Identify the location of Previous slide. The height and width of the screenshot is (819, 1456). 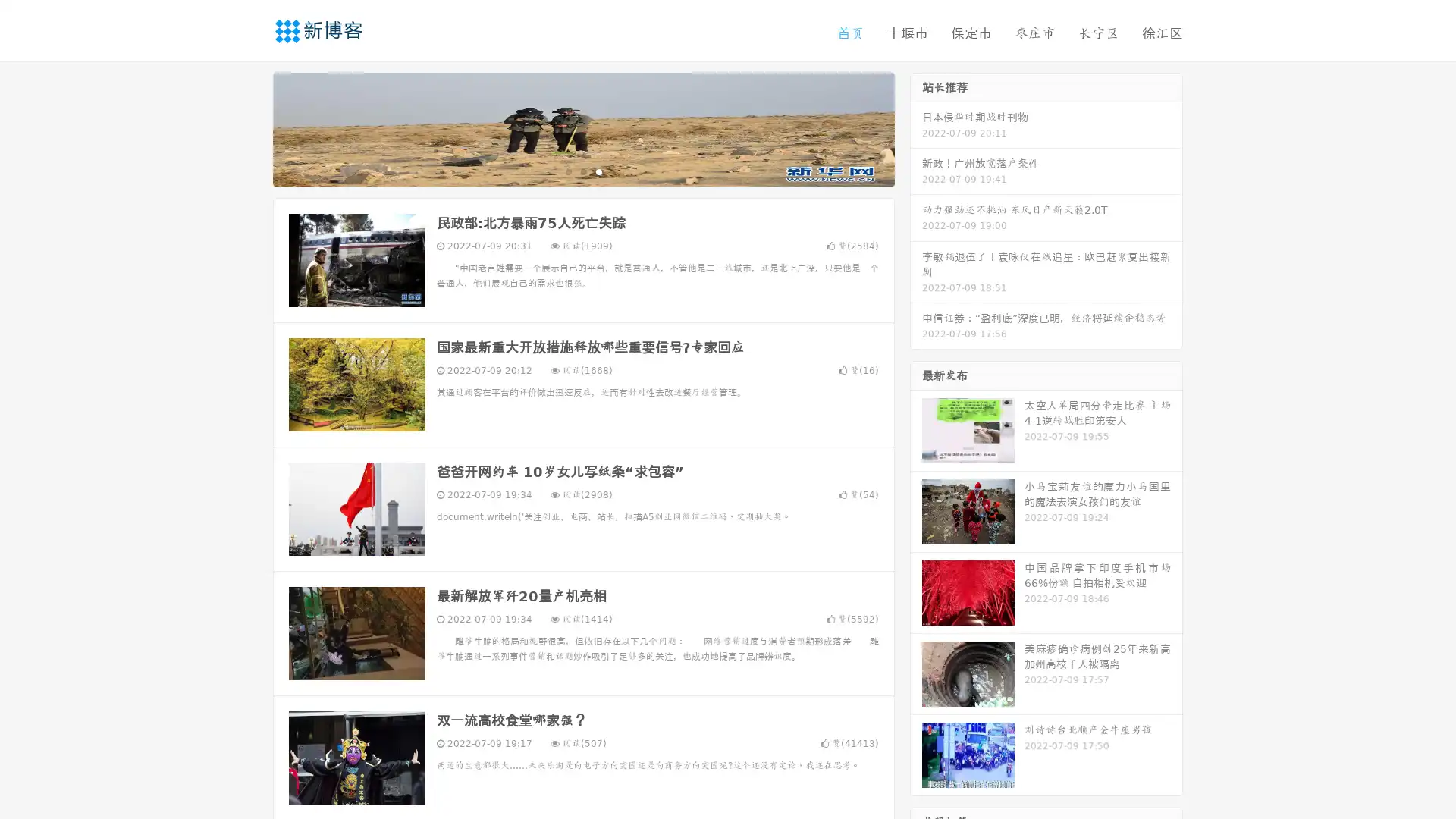
(250, 127).